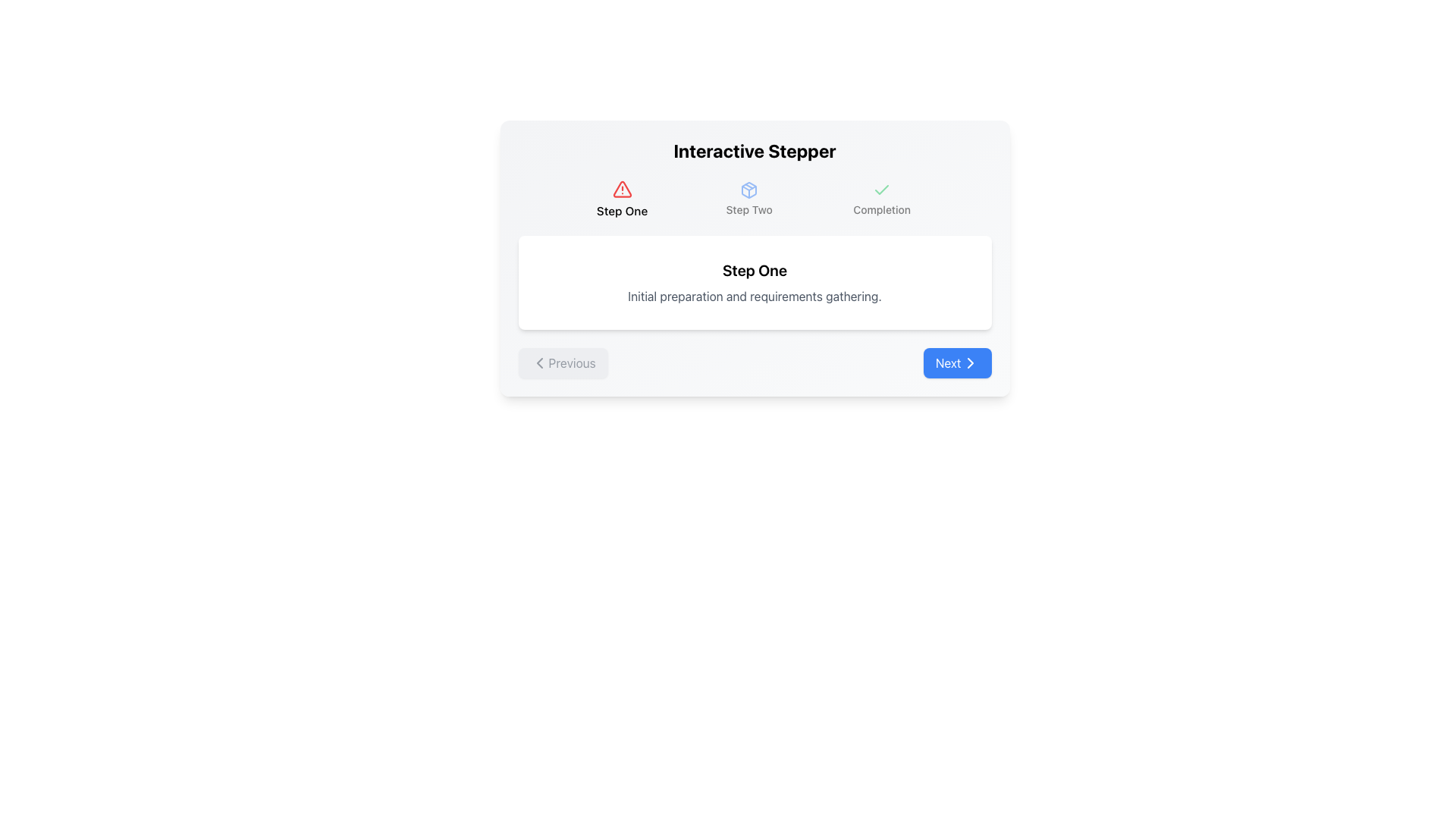 Image resolution: width=1456 pixels, height=819 pixels. Describe the element at coordinates (755, 198) in the screenshot. I see `the second segment labeled 'Step Two' in the horizontal stepper navigation indicator to highlight it` at that location.